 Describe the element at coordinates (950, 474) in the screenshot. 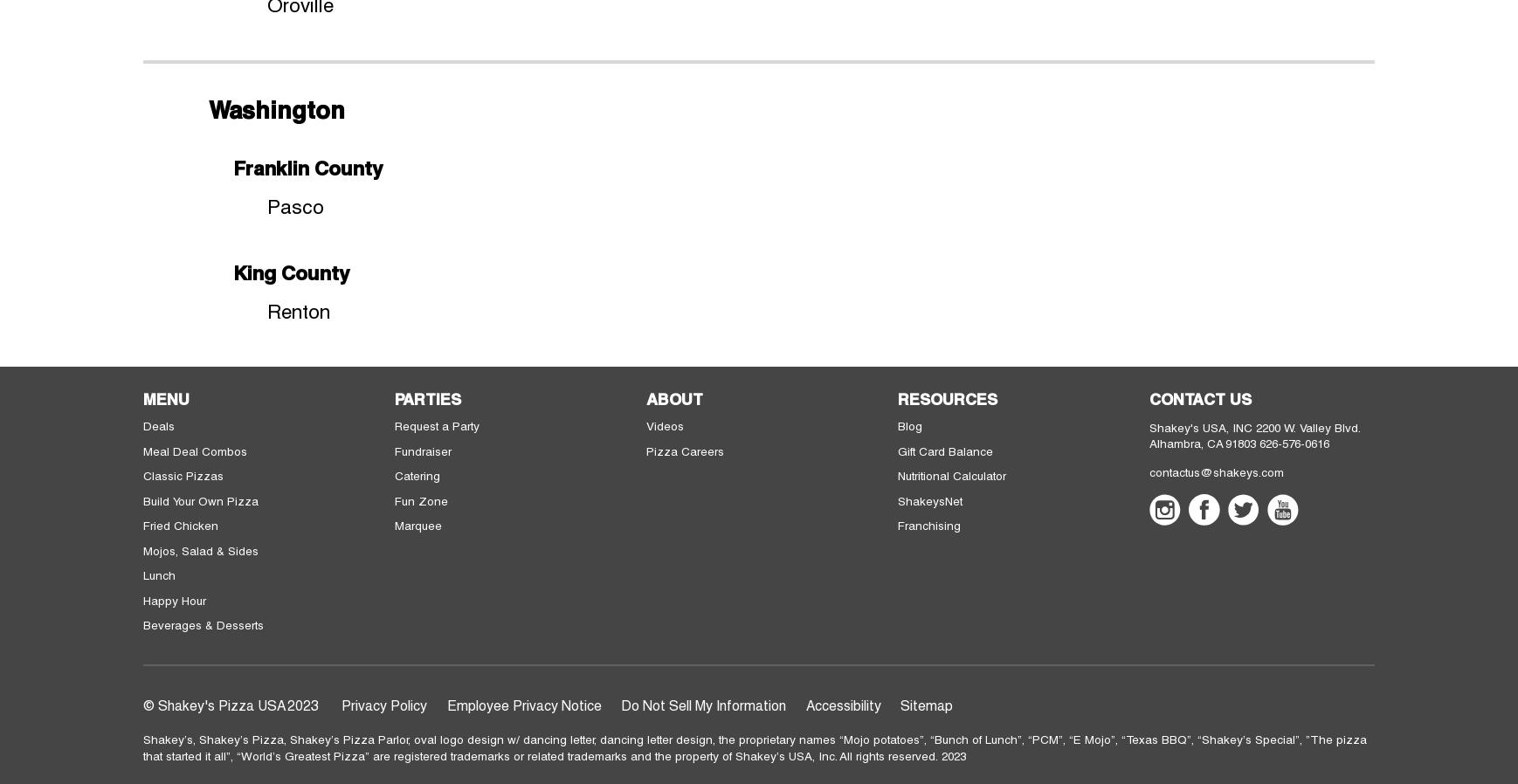

I see `'Nutritional Calculator'` at that location.